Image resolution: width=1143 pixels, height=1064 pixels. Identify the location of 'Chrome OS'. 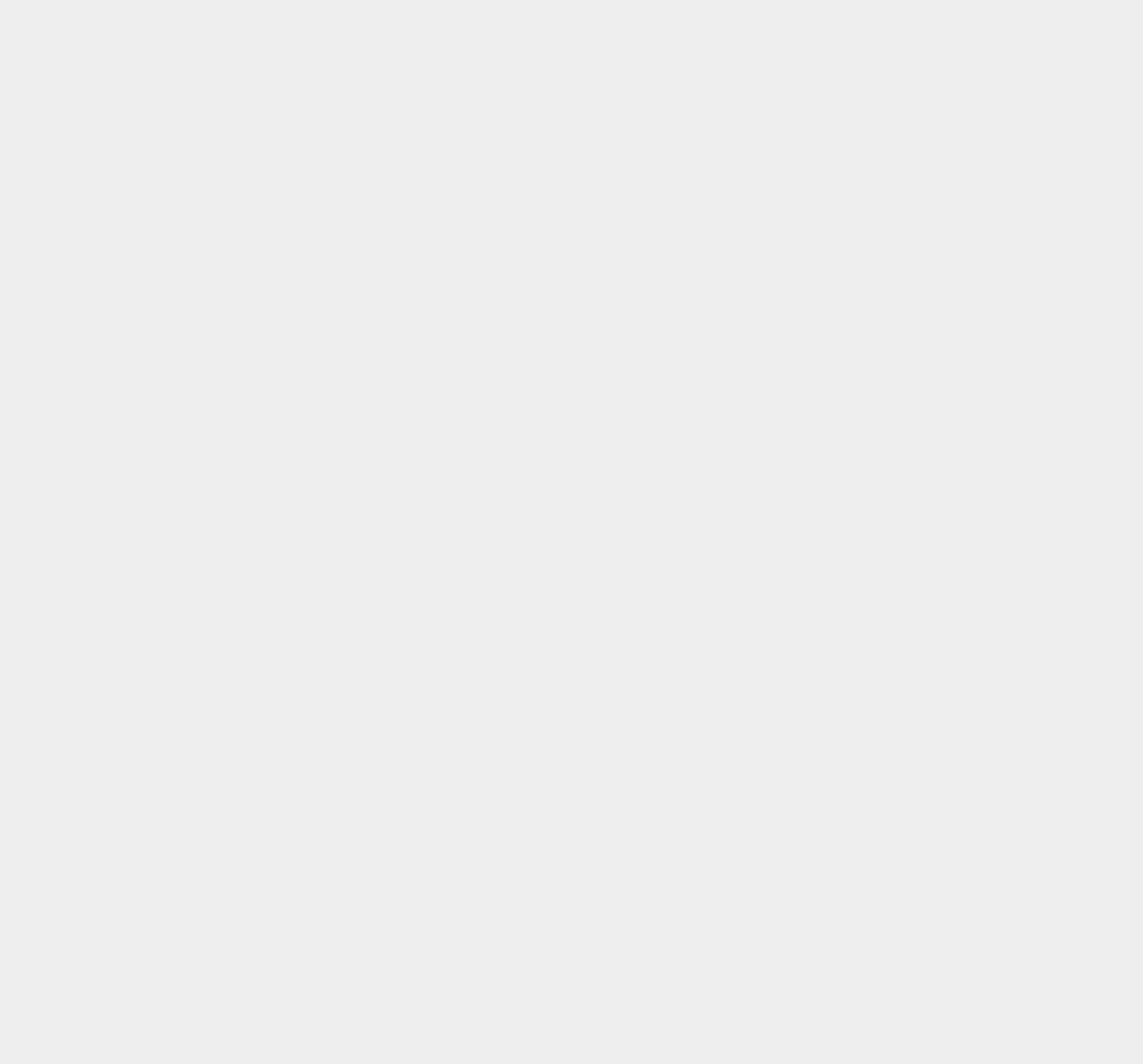
(842, 854).